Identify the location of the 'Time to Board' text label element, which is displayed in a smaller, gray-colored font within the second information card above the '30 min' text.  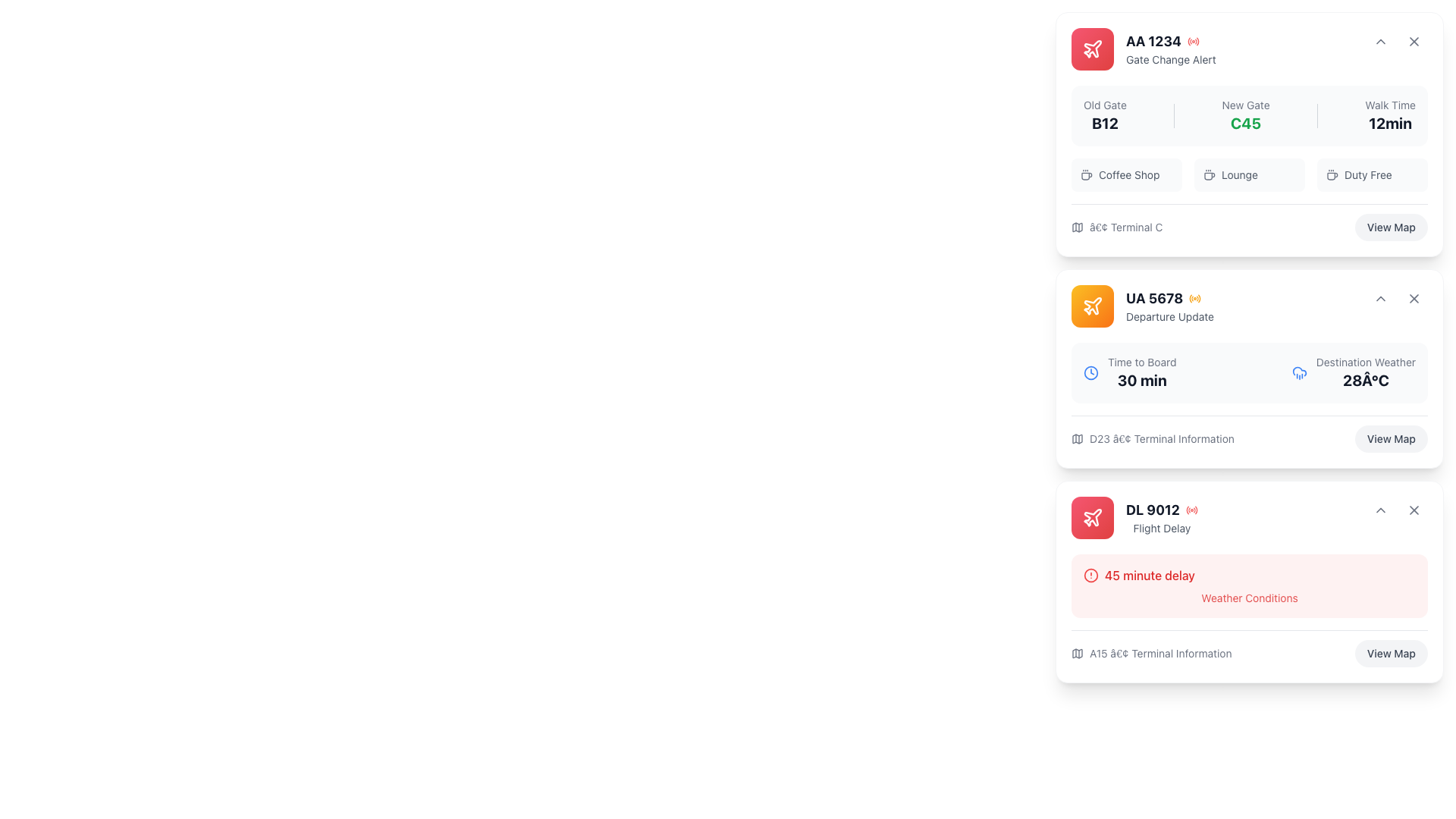
(1142, 362).